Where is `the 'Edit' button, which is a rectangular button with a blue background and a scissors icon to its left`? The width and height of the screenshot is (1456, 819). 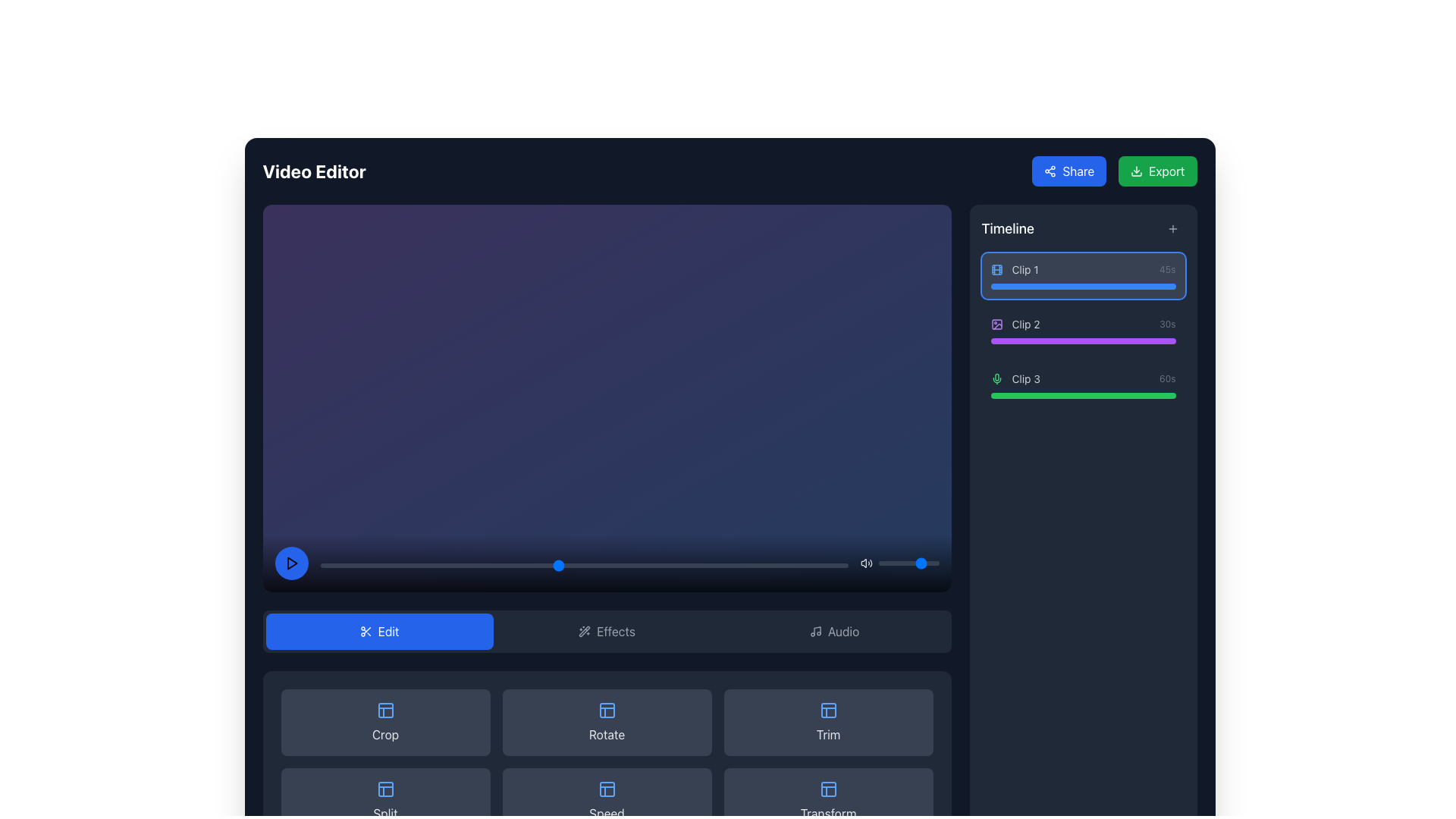 the 'Edit' button, which is a rectangular button with a blue background and a scissors icon to its left is located at coordinates (379, 631).